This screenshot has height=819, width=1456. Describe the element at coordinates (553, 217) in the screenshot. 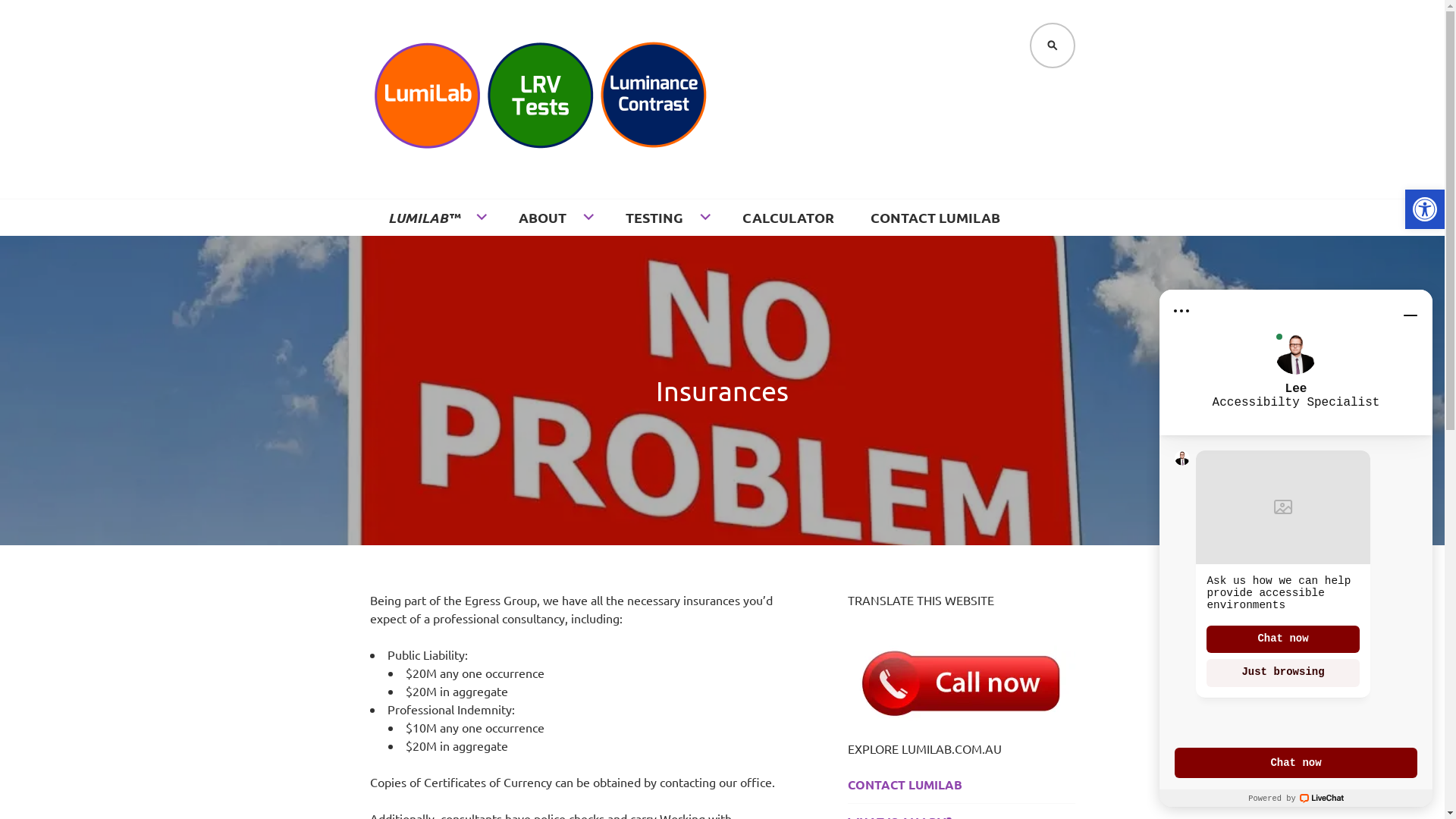

I see `'ABOUT'` at that location.